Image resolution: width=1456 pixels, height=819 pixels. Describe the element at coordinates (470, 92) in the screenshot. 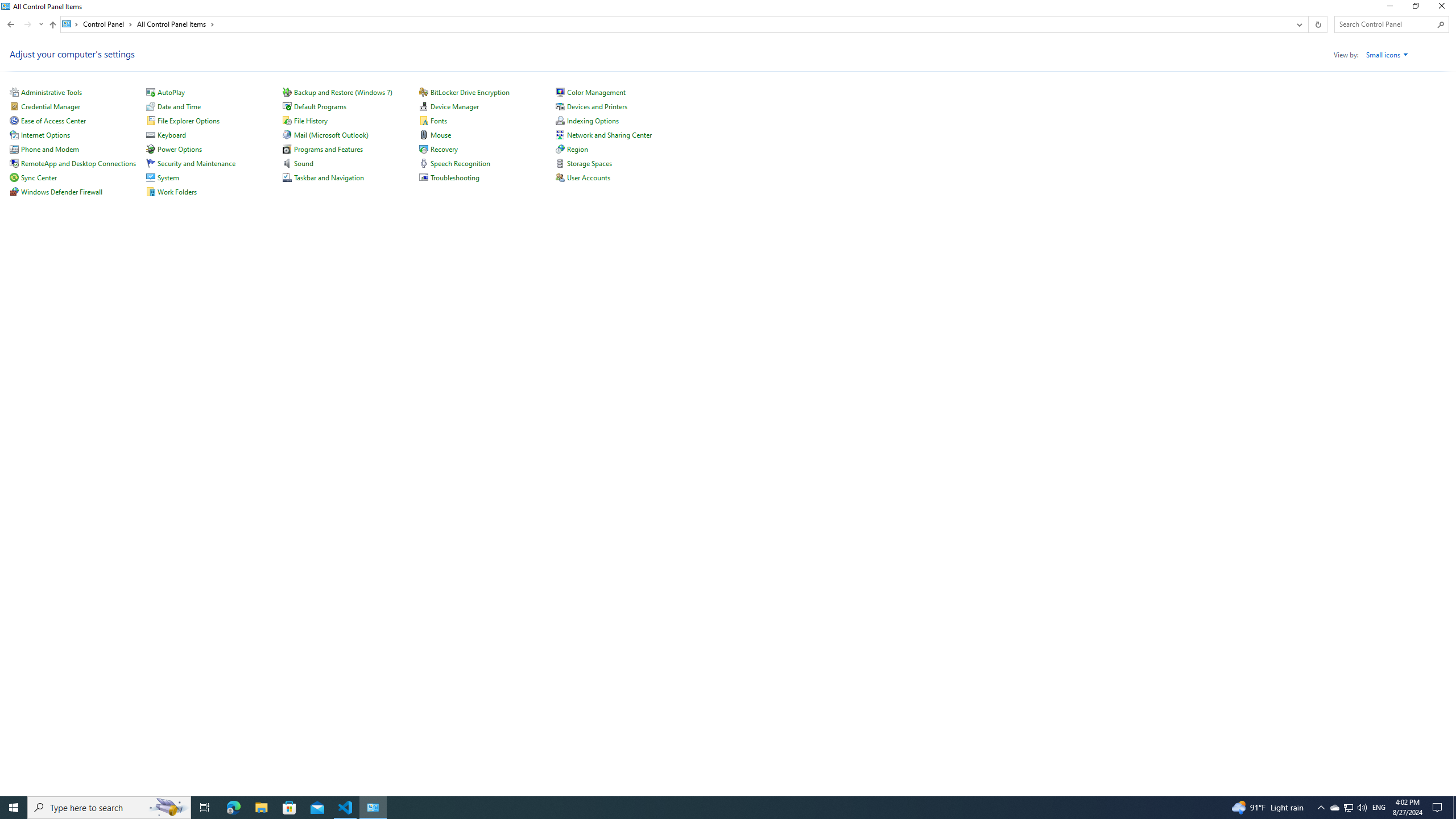

I see `'BitLocker Drive Encryption'` at that location.